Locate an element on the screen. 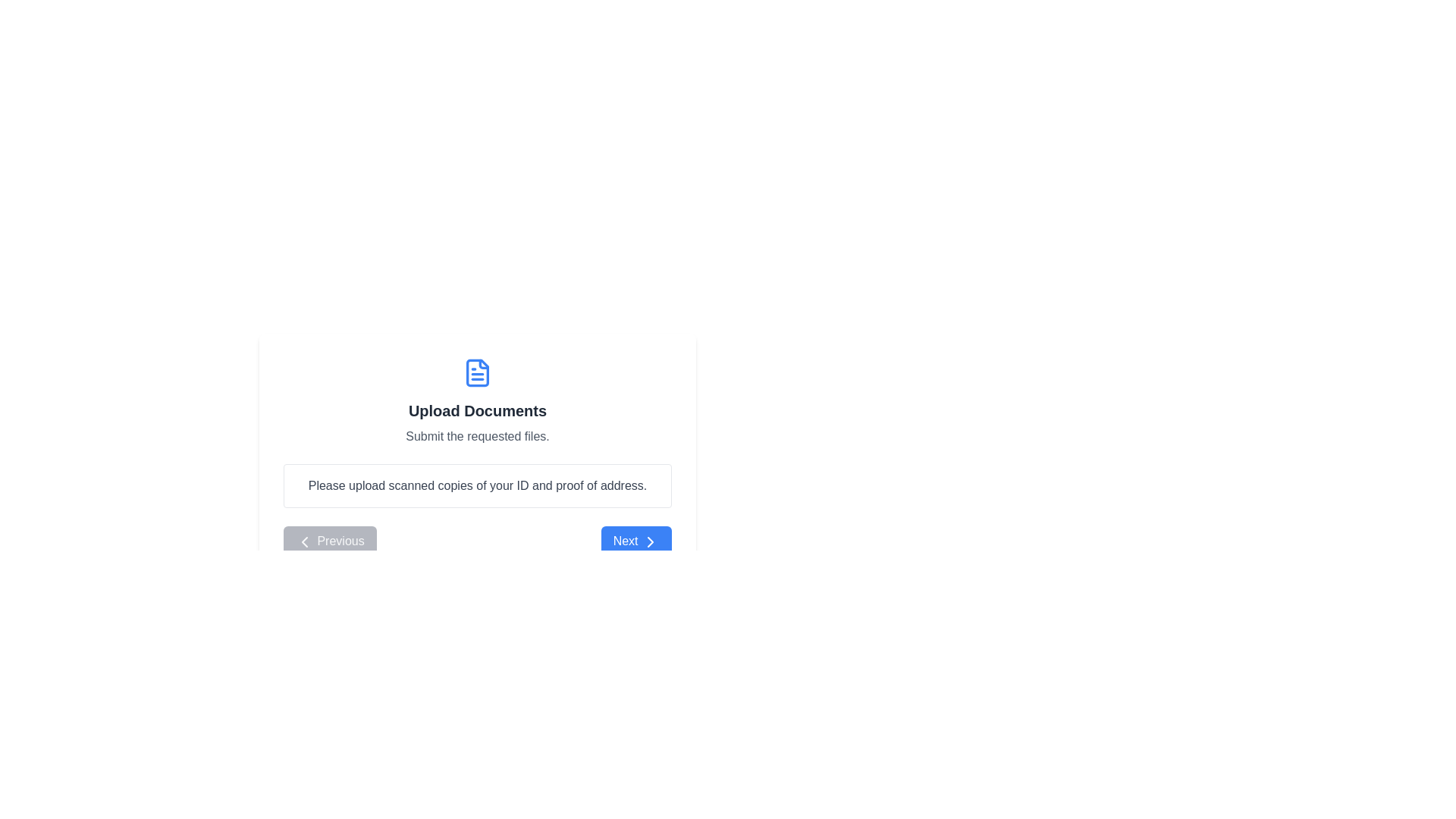  the step icon to view it is located at coordinates (476, 373).